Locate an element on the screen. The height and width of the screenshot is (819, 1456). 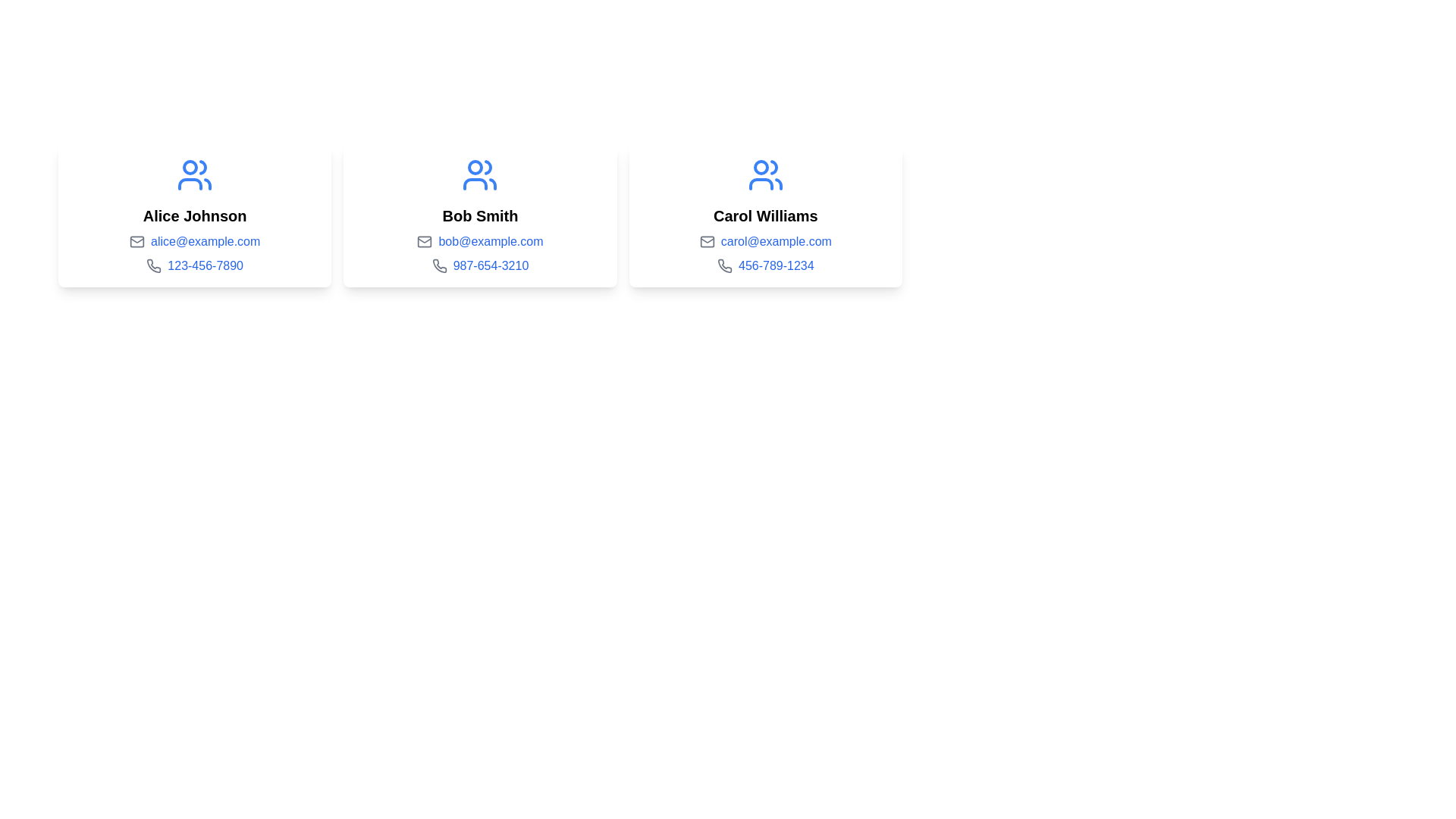
the Contact card for Carol Williams, which is the third card in a row of three cards, located at the rightmost position with a white background and rounded corners is located at coordinates (765, 216).